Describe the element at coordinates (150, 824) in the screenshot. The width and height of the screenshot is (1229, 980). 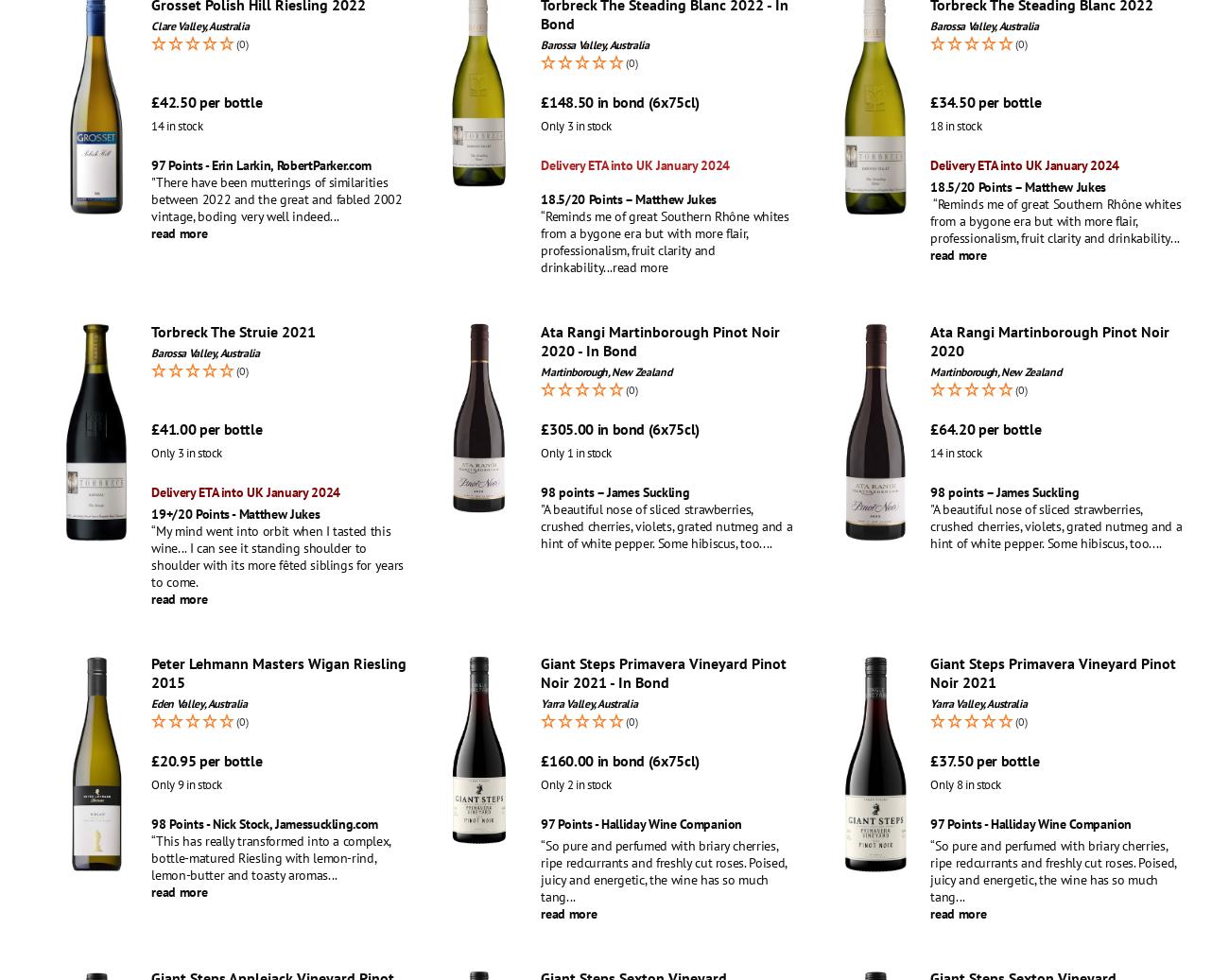
I see `'98 Points - Nick Stock, Jamessuckling.com'` at that location.